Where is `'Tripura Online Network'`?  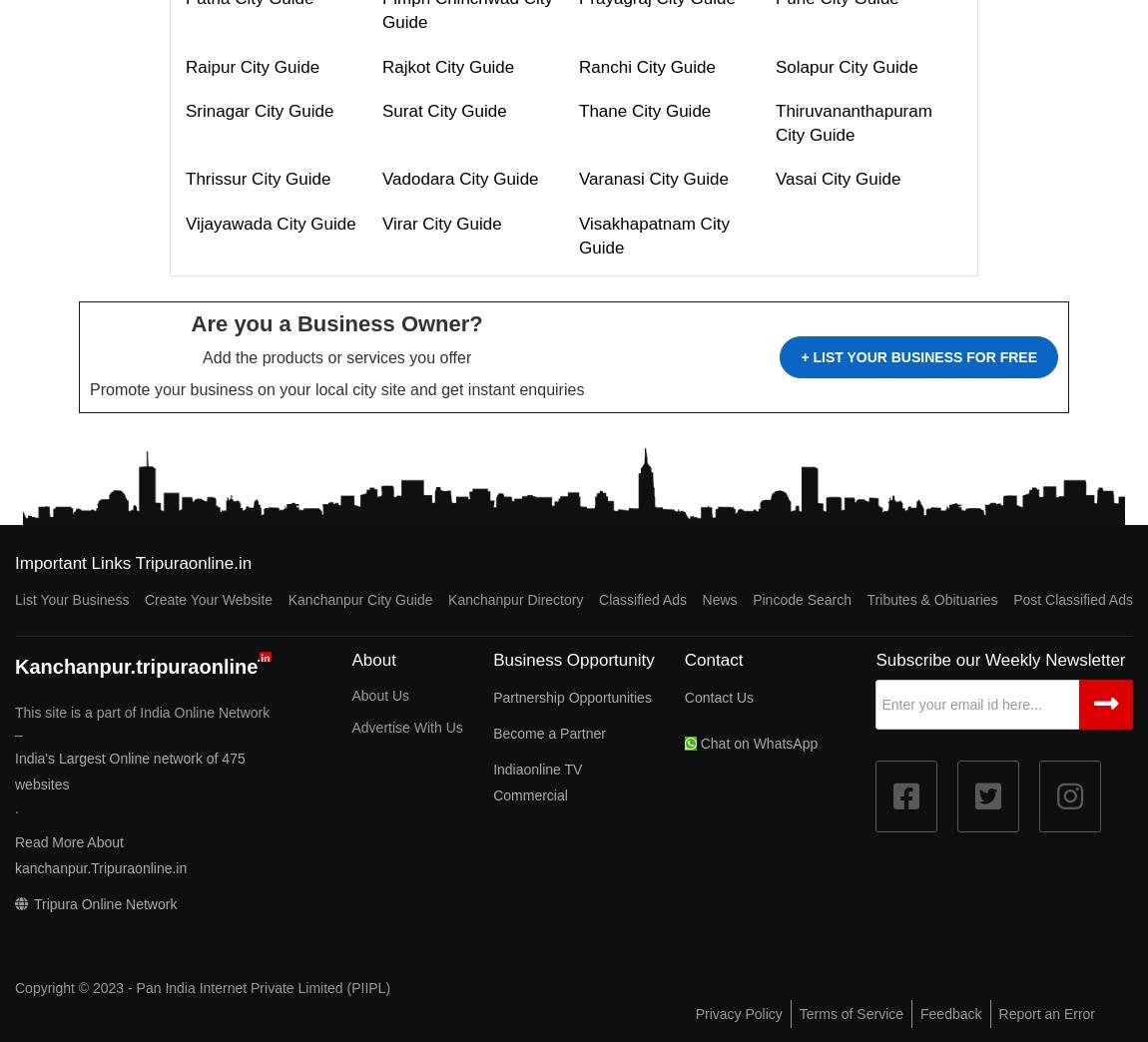 'Tripura Online Network' is located at coordinates (33, 903).